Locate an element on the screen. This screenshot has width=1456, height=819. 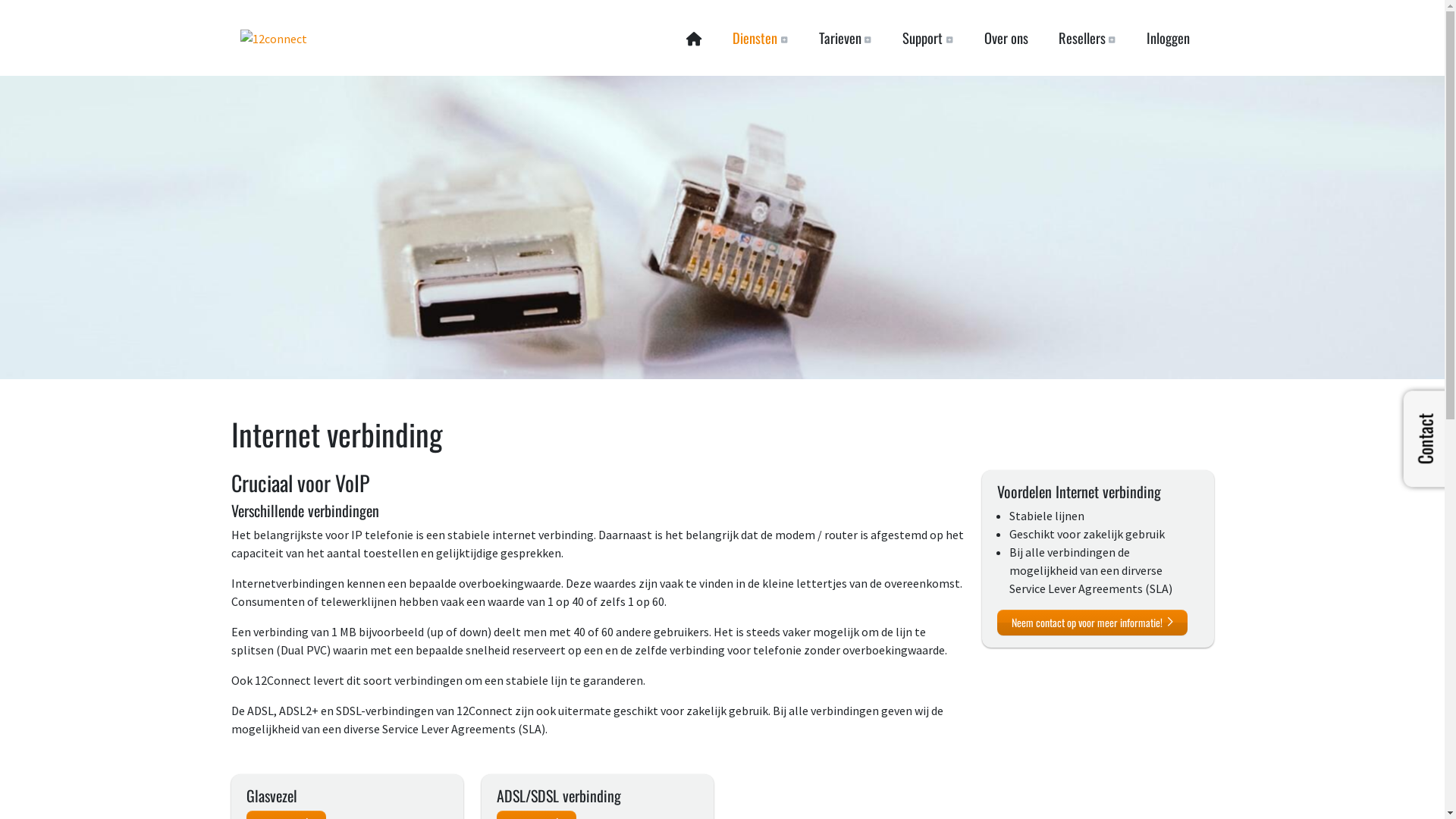
'Resellers' is located at coordinates (1086, 37).